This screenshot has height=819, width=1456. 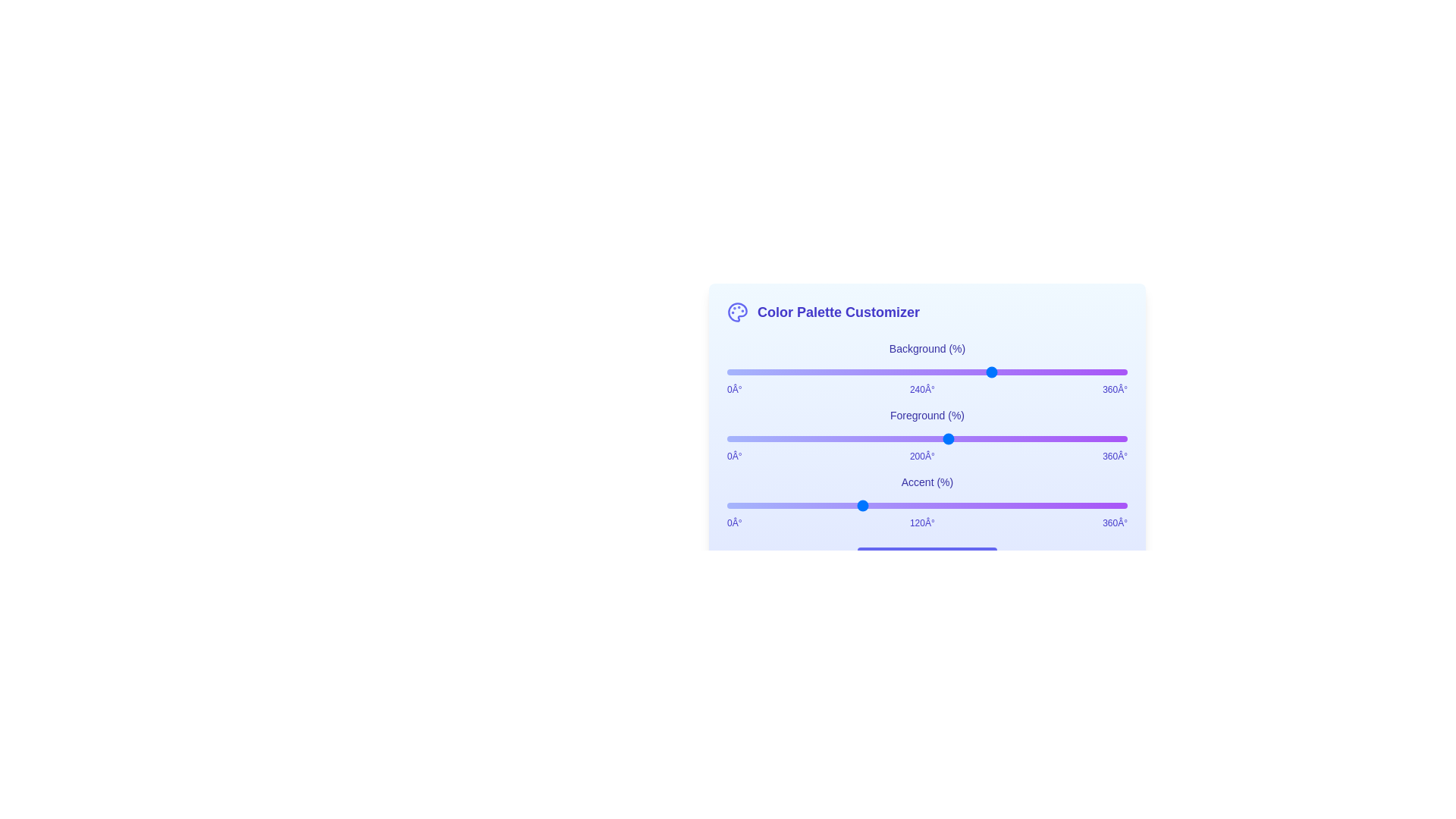 I want to click on the foreground color slider to set its hue value to 288°, so click(x=1046, y=438).